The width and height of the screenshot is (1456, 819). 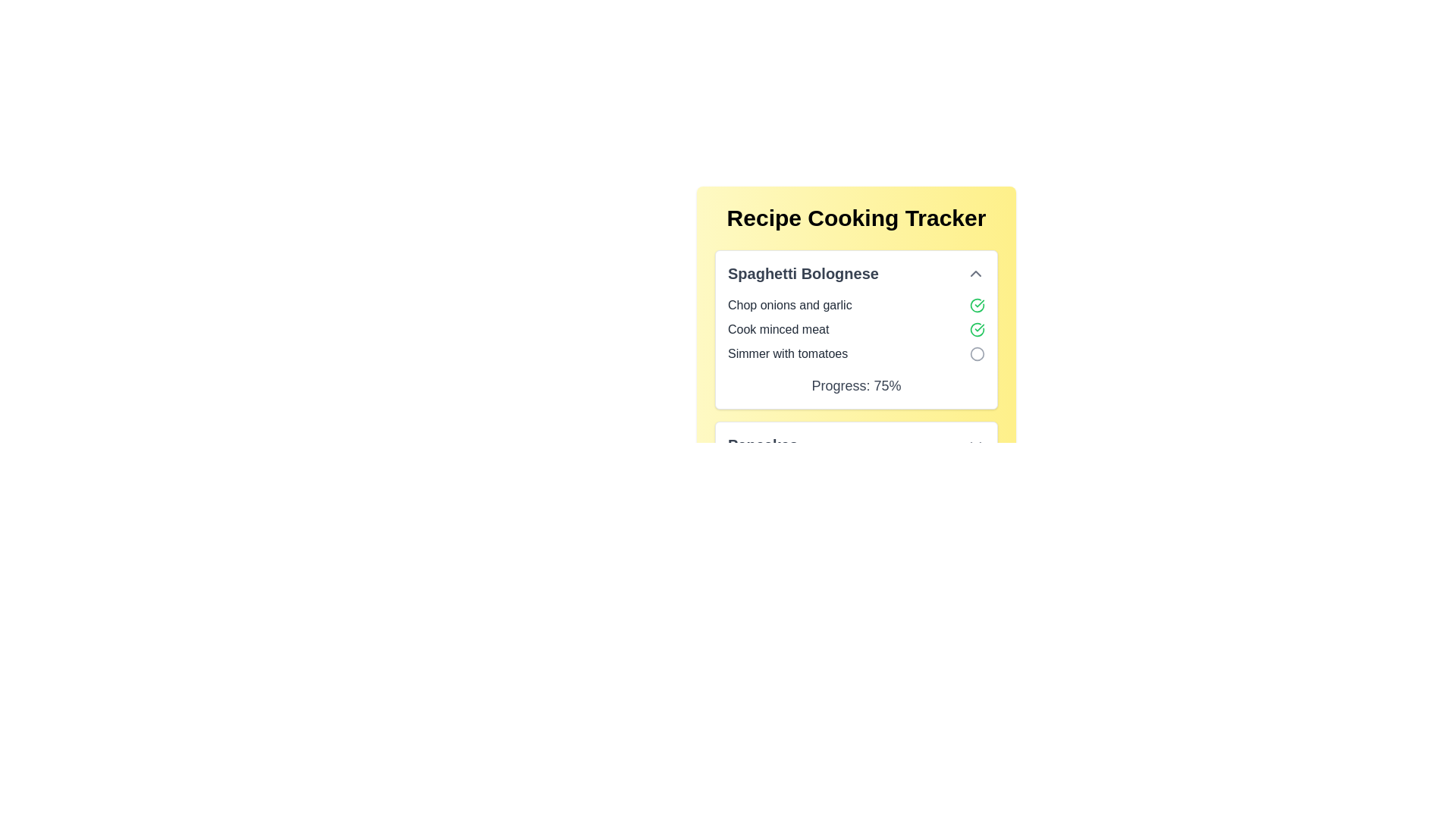 I want to click on the visual indicator icon that marks the 'Chop onions and garlic' task as completed in the checklist interface, so click(x=977, y=305).